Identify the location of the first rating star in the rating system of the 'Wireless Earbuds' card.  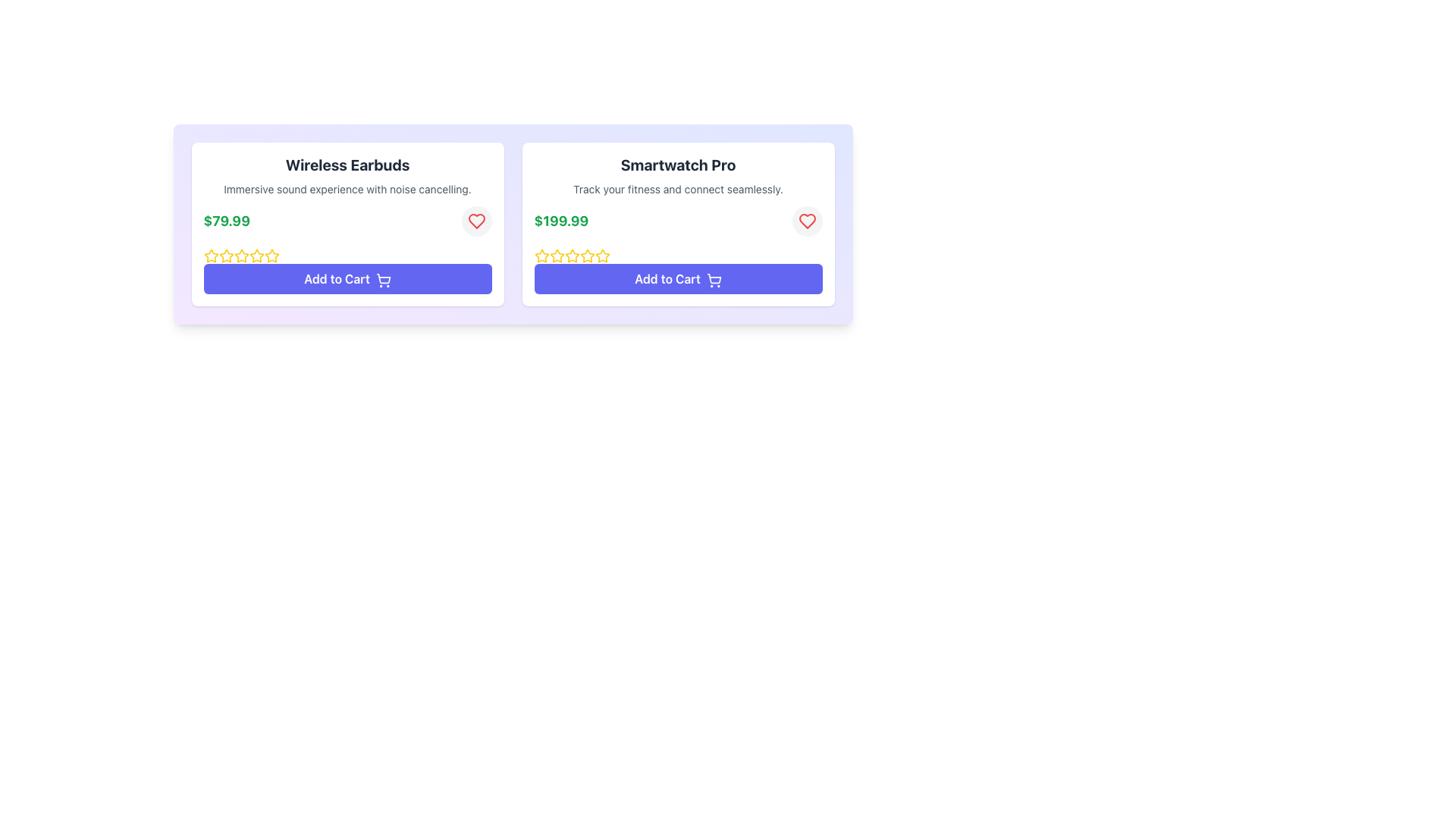
(225, 255).